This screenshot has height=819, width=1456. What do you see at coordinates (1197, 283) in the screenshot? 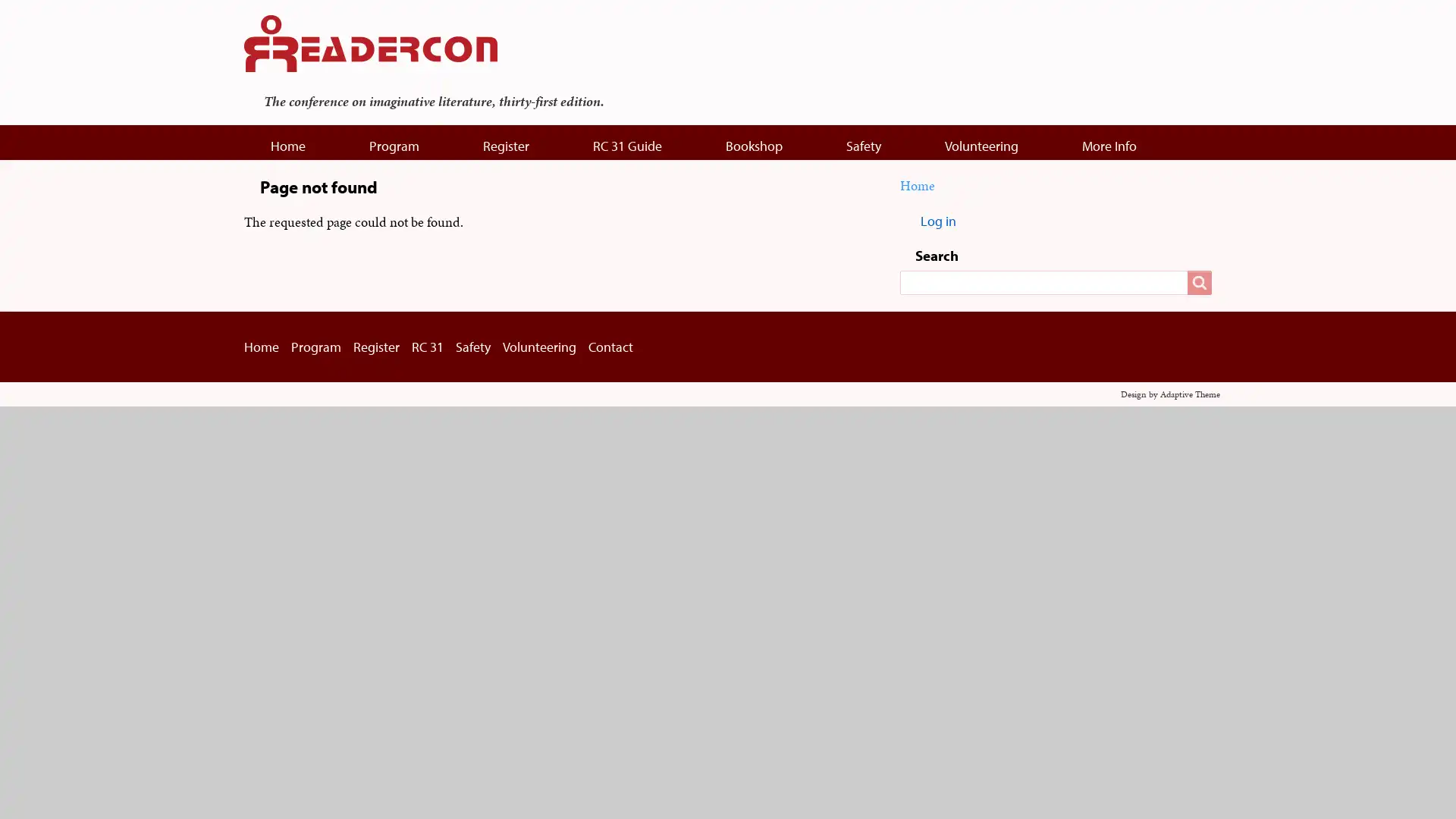
I see `Search` at bounding box center [1197, 283].